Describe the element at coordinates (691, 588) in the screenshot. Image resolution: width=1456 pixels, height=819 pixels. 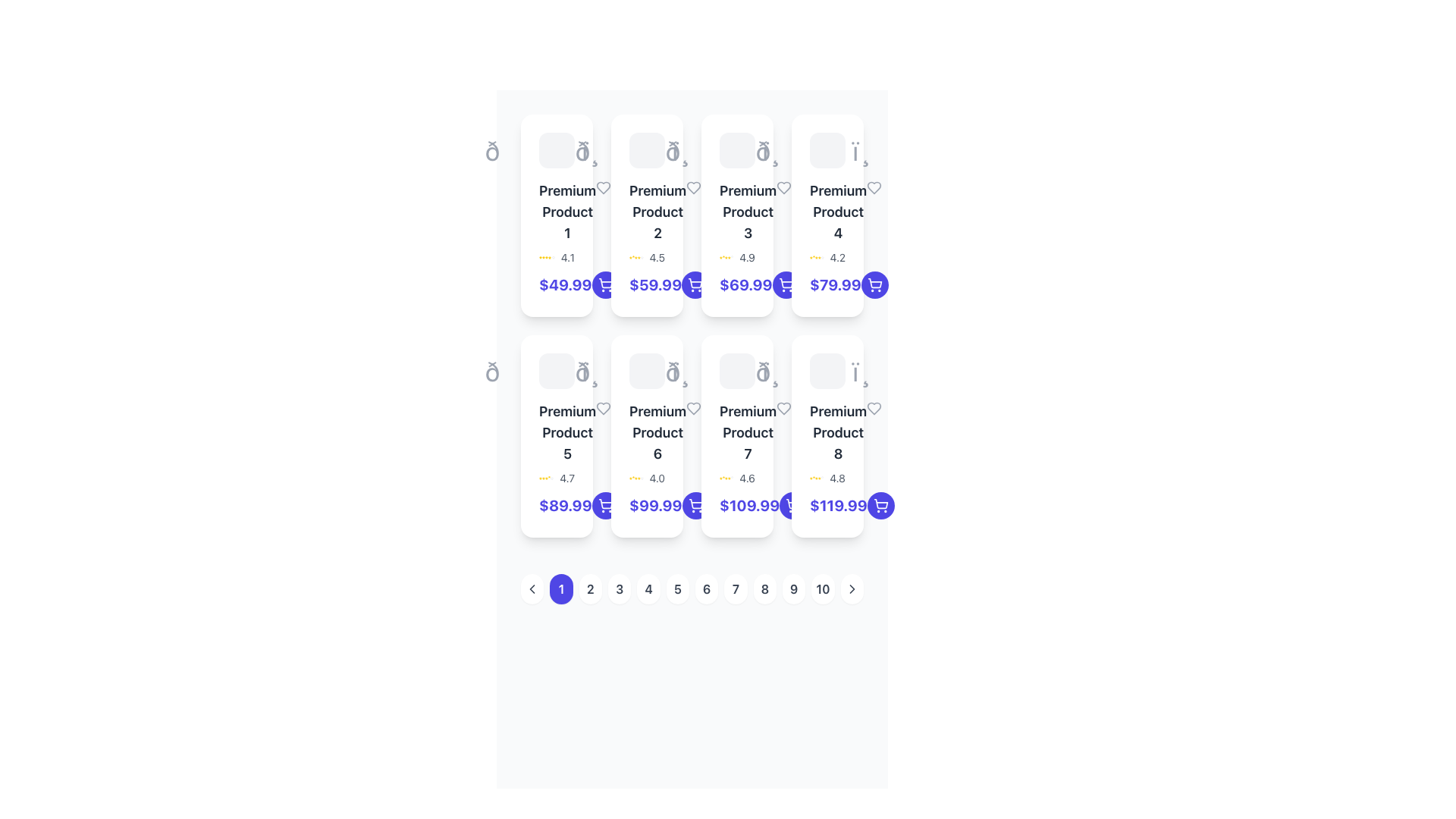
I see `the sixth button in the pagination bar located at the bottom of the layout for accessibility purposes` at that location.